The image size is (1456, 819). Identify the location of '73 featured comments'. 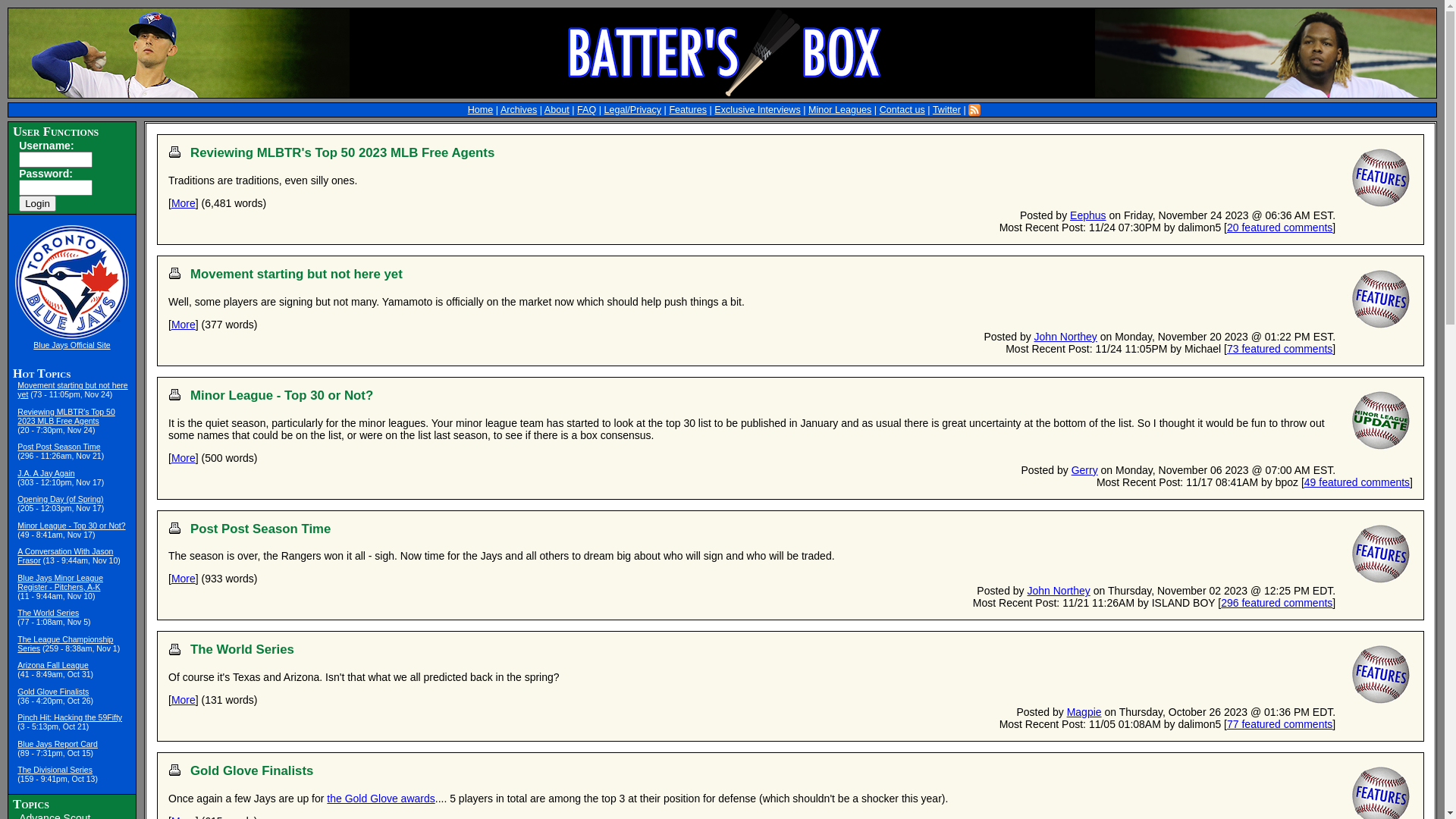
(1226, 348).